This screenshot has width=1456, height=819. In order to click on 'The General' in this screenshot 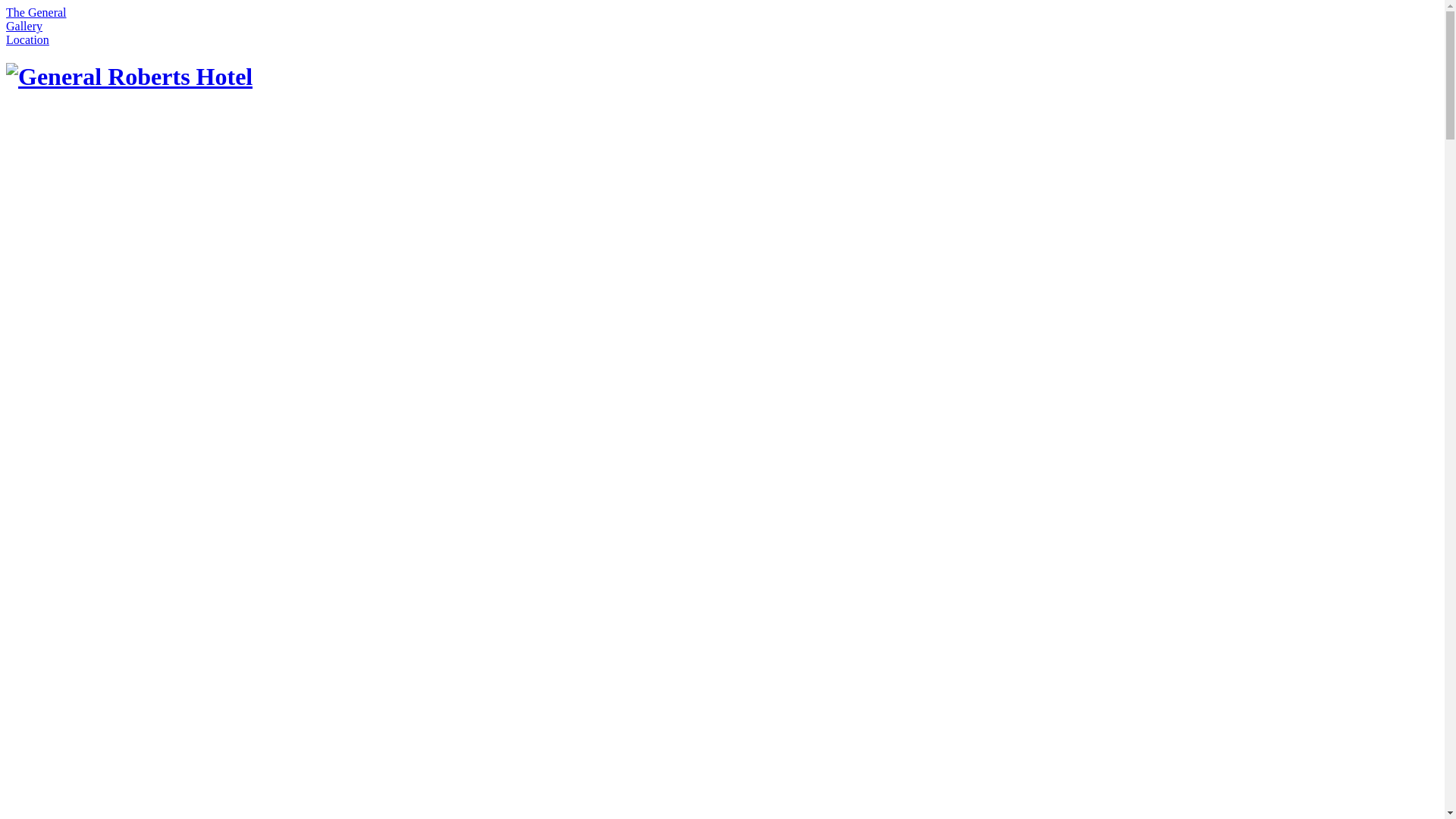, I will do `click(36, 12)`.